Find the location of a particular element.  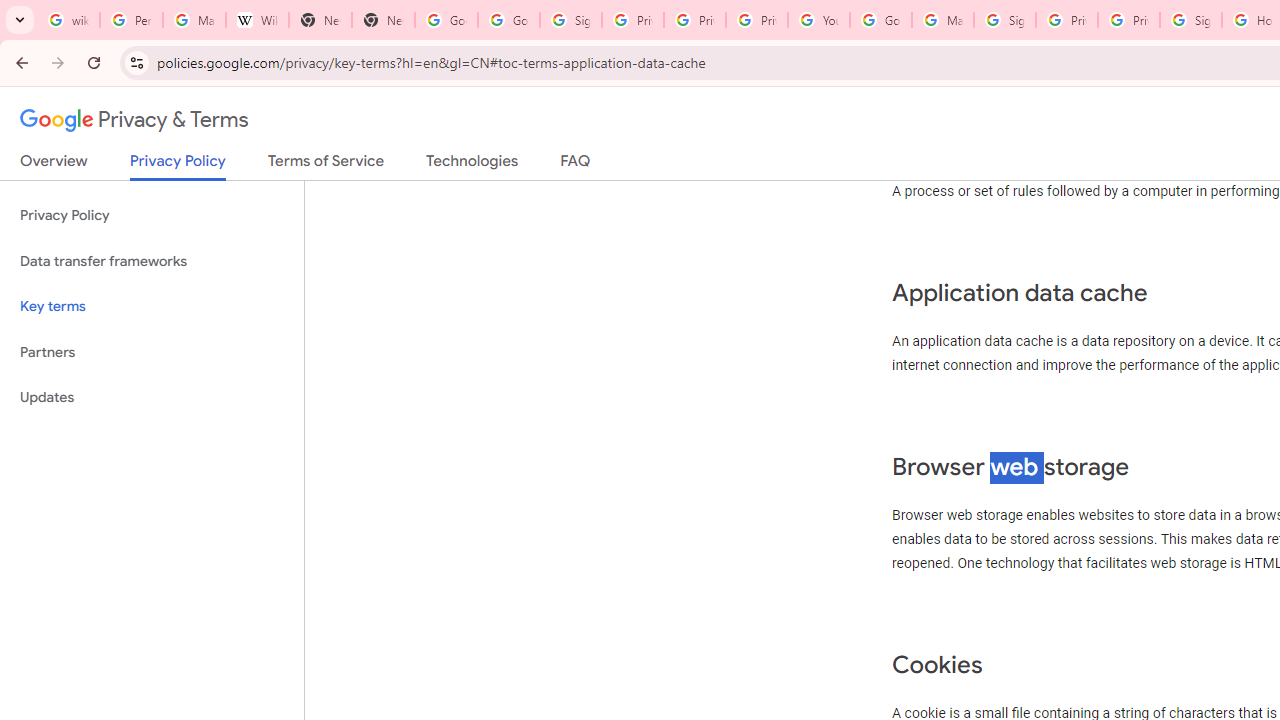

'Personalization & Google Search results - Google Search Help' is located at coordinates (130, 20).